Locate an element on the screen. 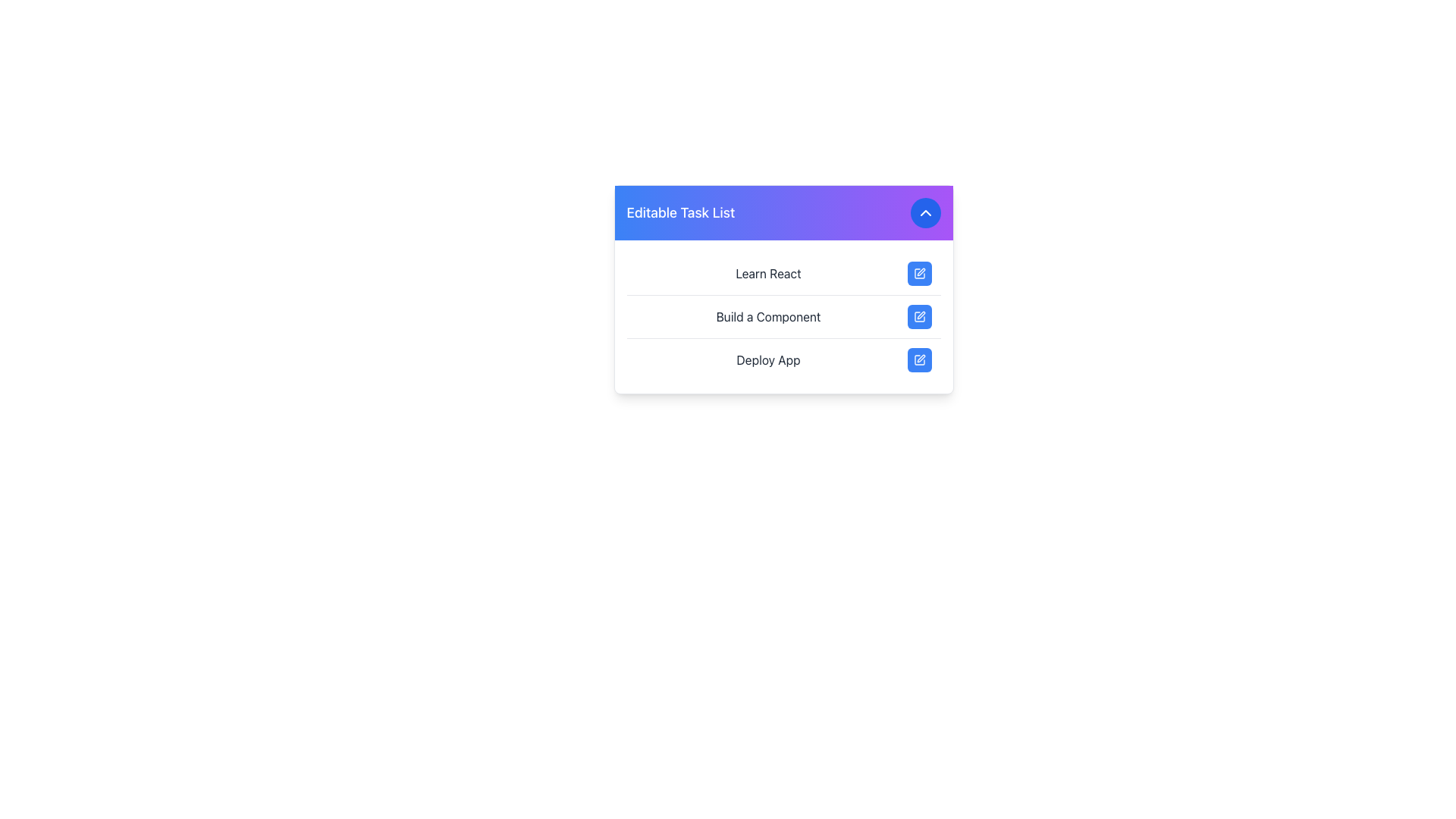 This screenshot has width=1456, height=819. the edit tool button with a blue background and white pen outline, located to the right of 'Deploy App' in the bottom row of the list, for additional info is located at coordinates (918, 359).